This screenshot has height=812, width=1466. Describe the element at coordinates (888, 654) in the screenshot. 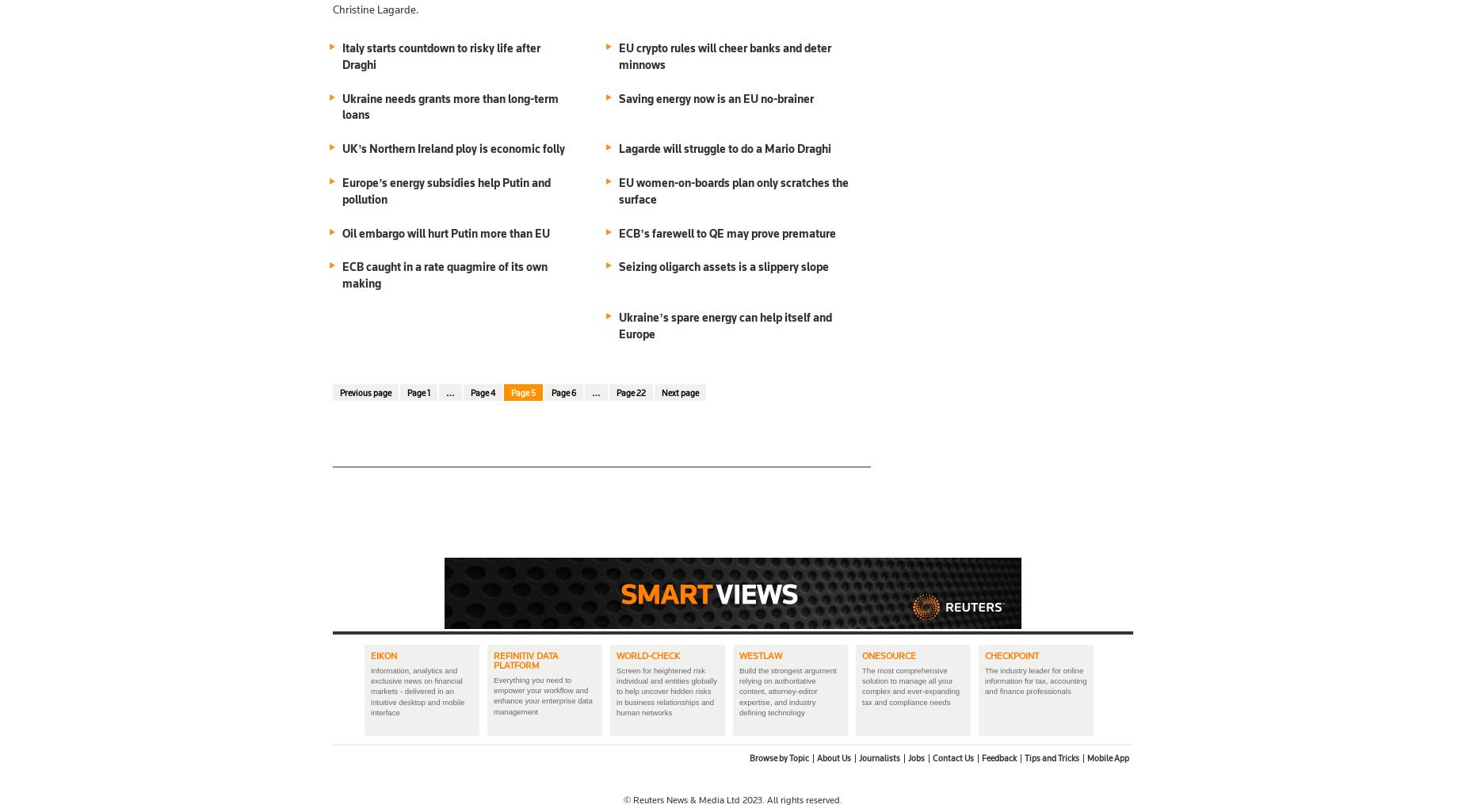

I see `'ONESOURCE'` at that location.